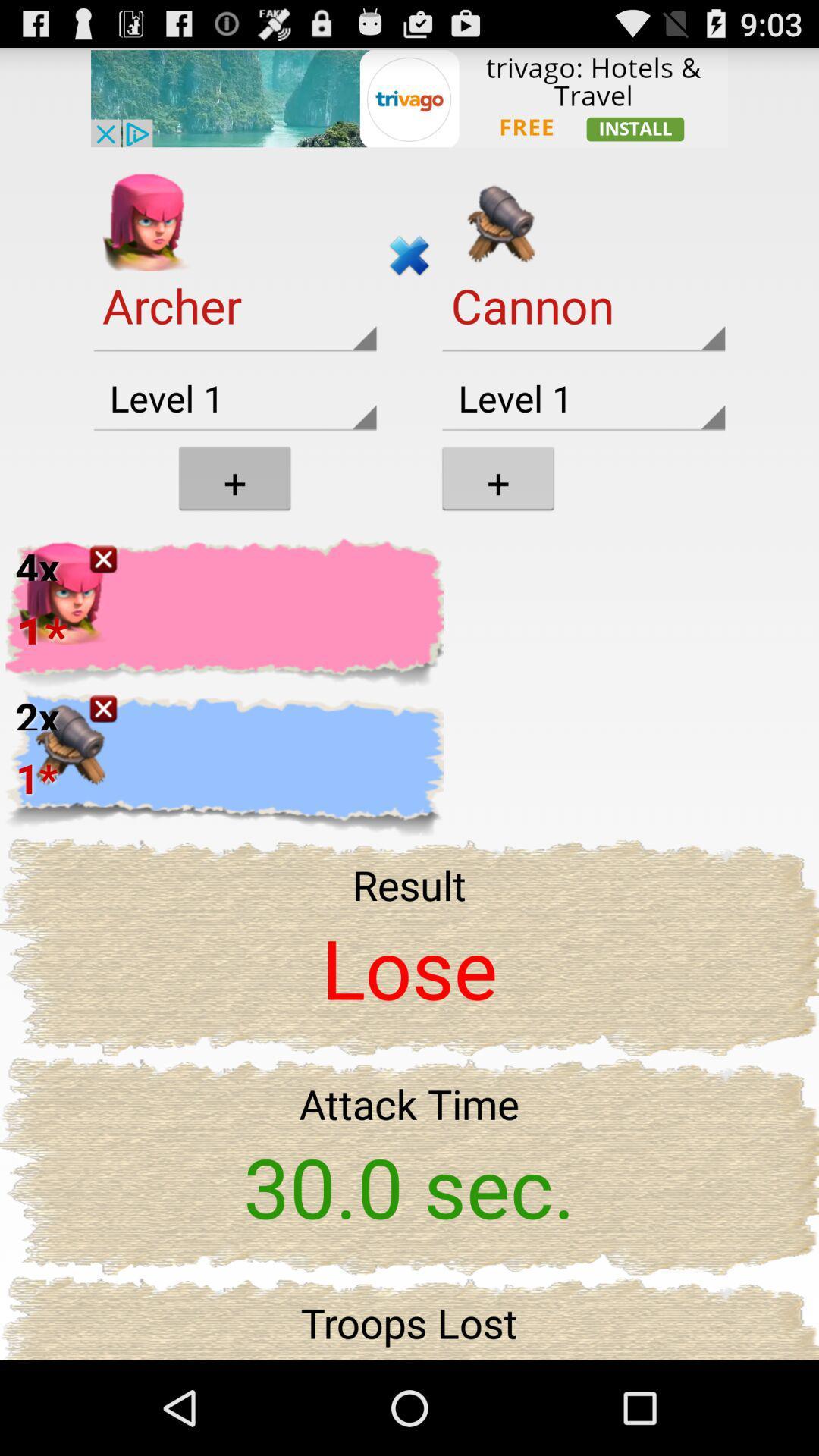 The height and width of the screenshot is (1456, 819). What do you see at coordinates (409, 96) in the screenshot?
I see `click advertisement` at bounding box center [409, 96].